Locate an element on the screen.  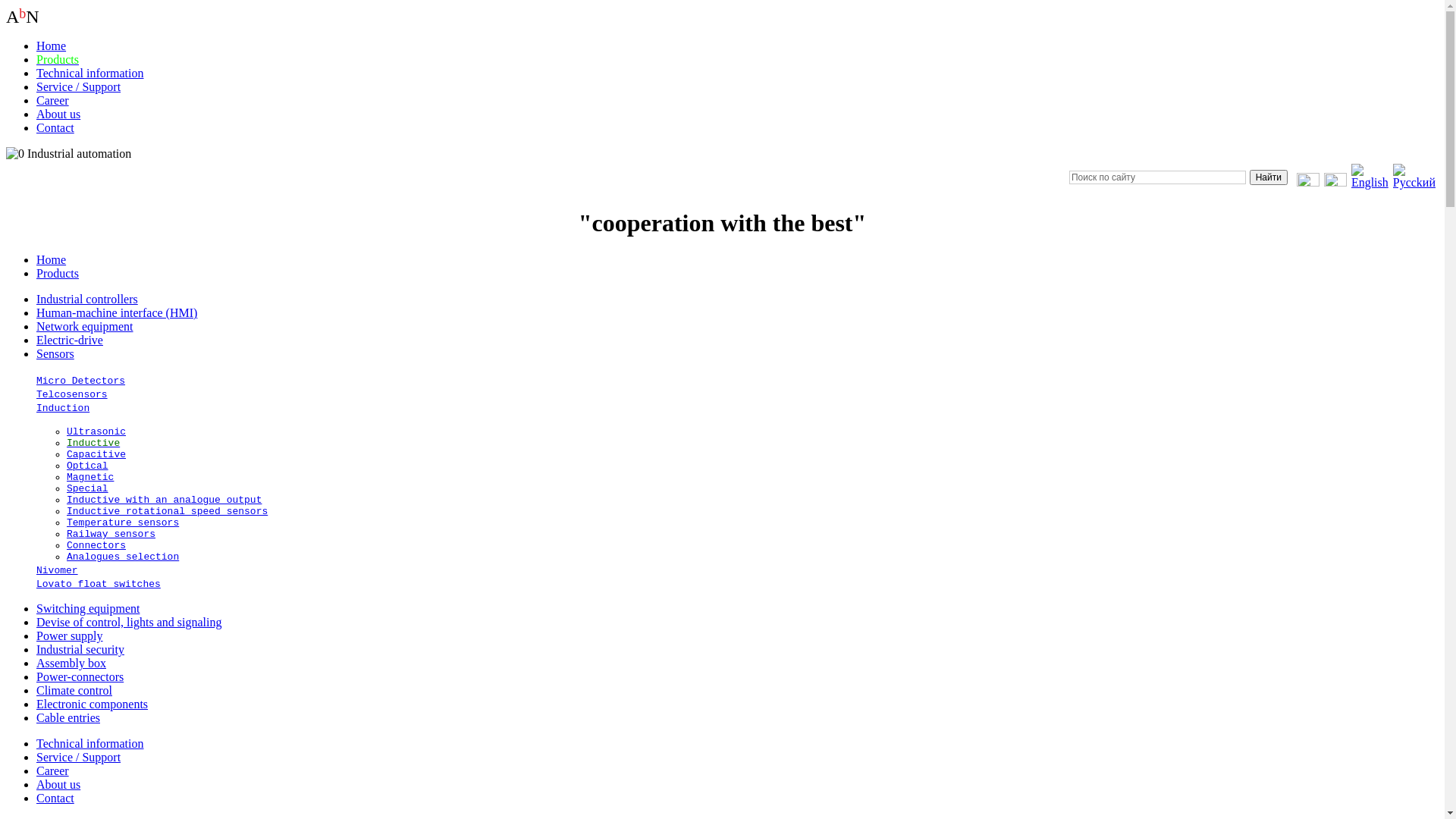
'Sensors' is located at coordinates (55, 353).